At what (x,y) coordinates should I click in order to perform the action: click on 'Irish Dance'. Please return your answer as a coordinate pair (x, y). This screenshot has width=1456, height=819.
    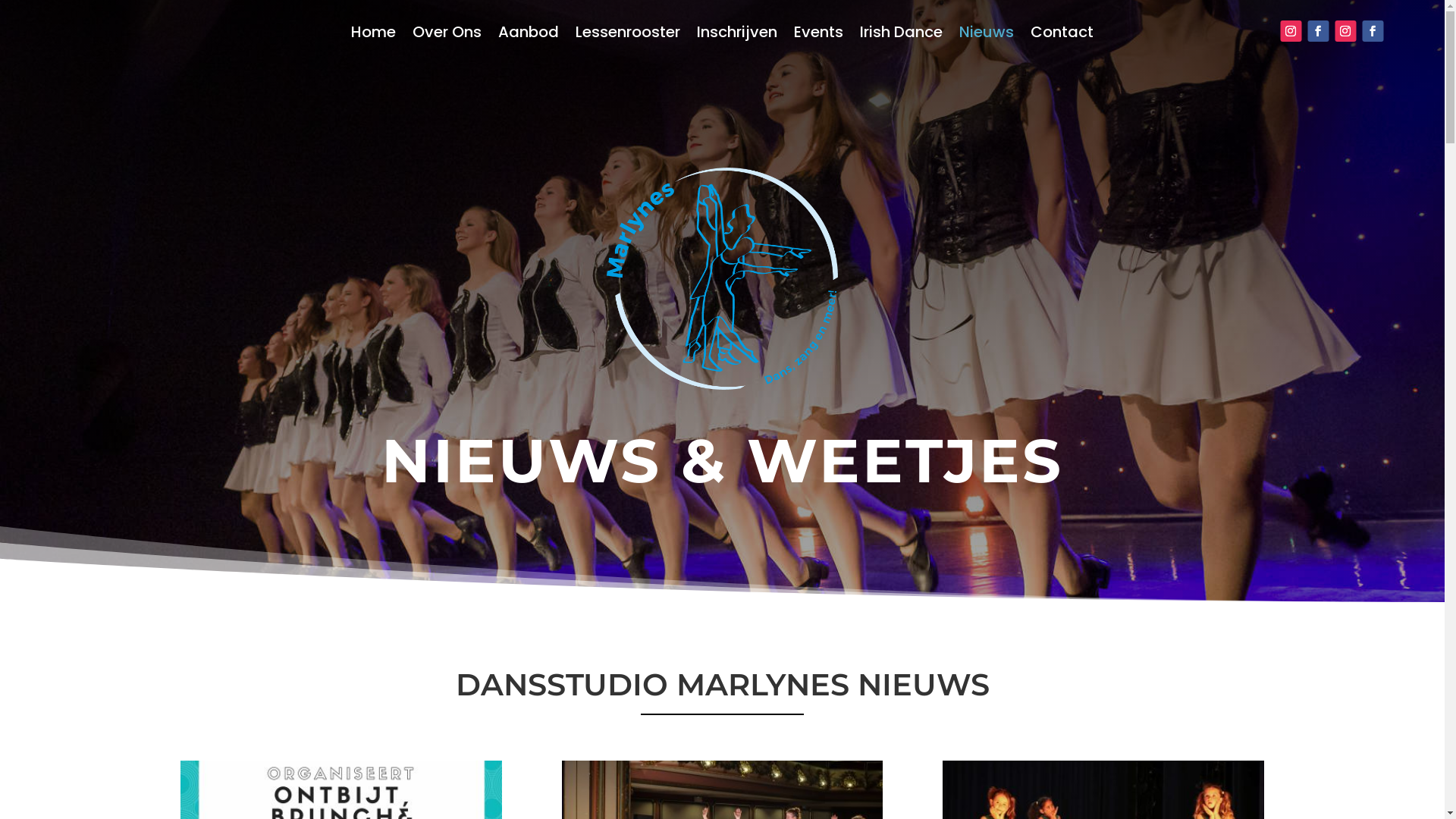
    Looking at the image, I should click on (859, 34).